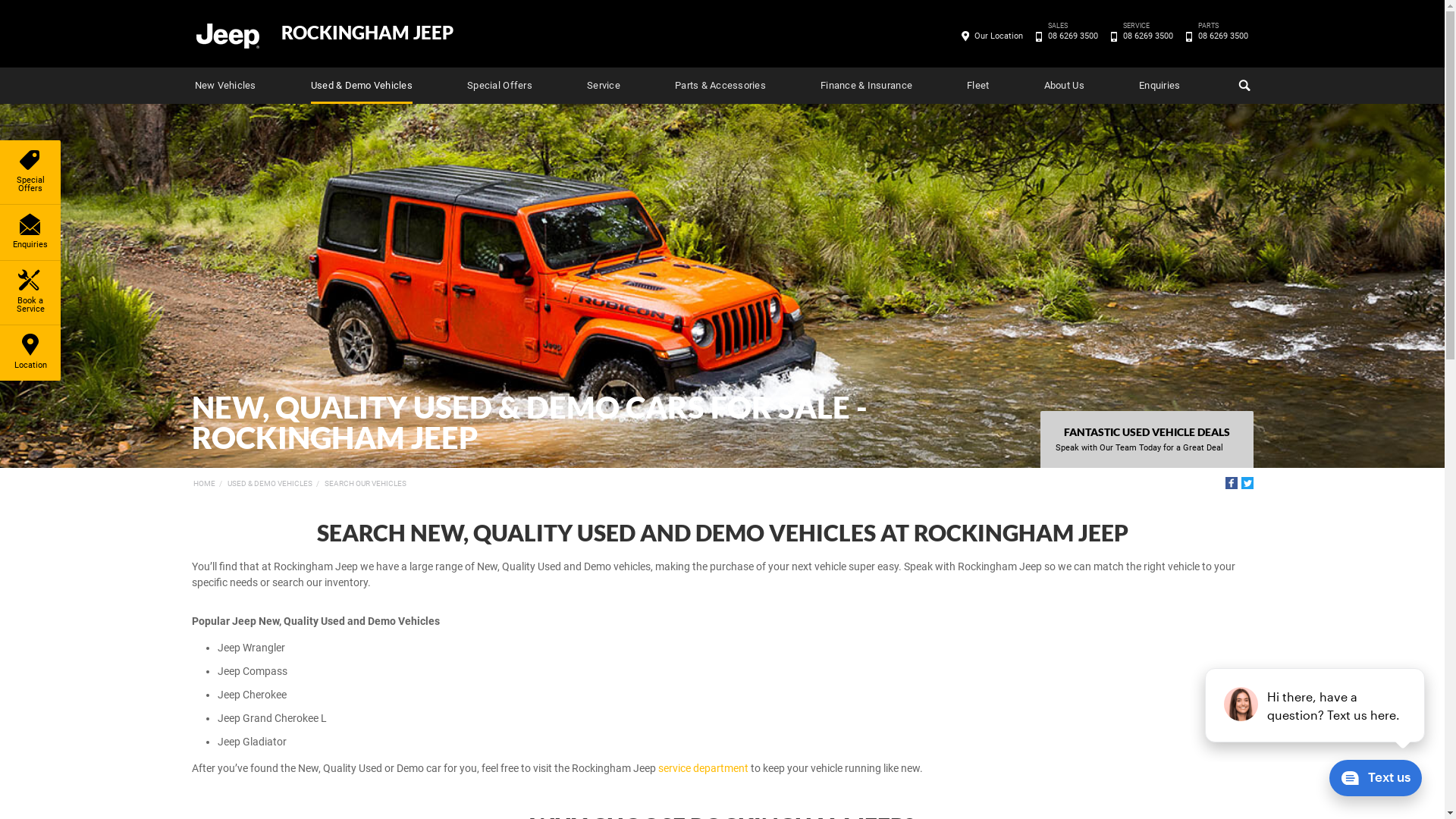 The height and width of the screenshot is (819, 1456). Describe the element at coordinates (1063, 85) in the screenshot. I see `'About Us'` at that location.